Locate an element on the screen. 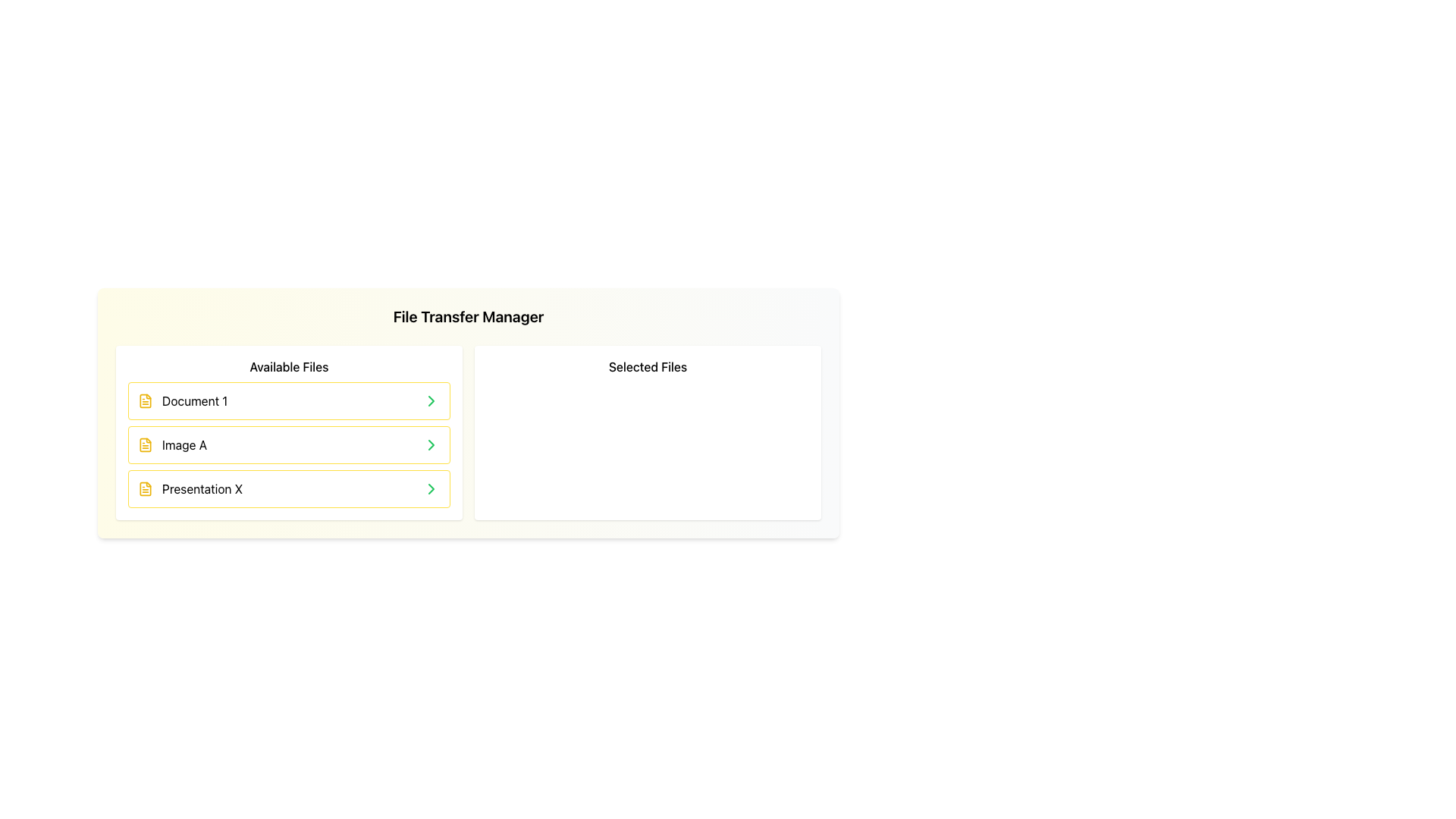 The image size is (1456, 819). the third list item labeled 'Presentation X' in the 'Available Files' section is located at coordinates (190, 488).